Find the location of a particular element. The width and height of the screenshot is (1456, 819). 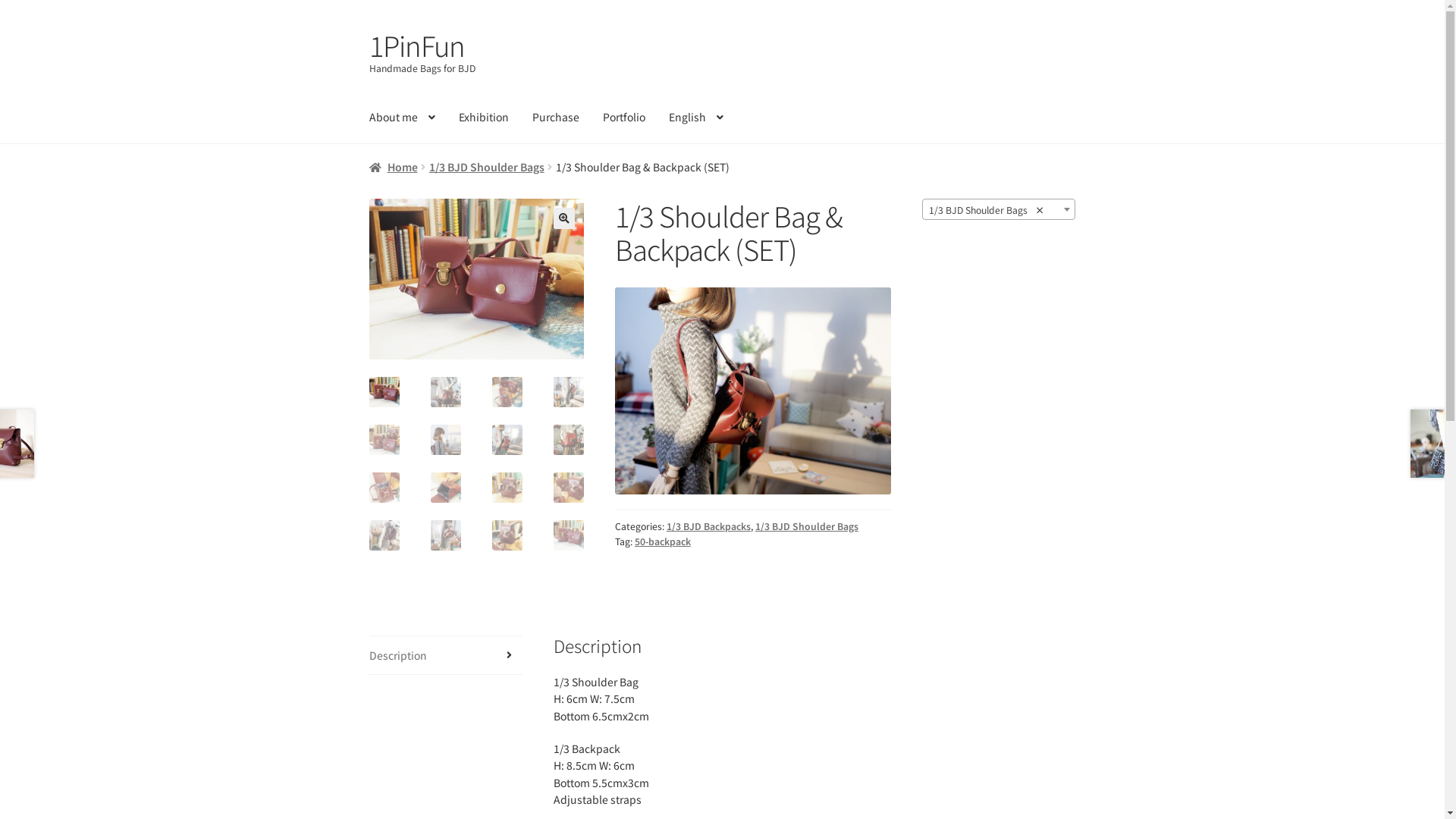

'Exhibition' is located at coordinates (483, 116).